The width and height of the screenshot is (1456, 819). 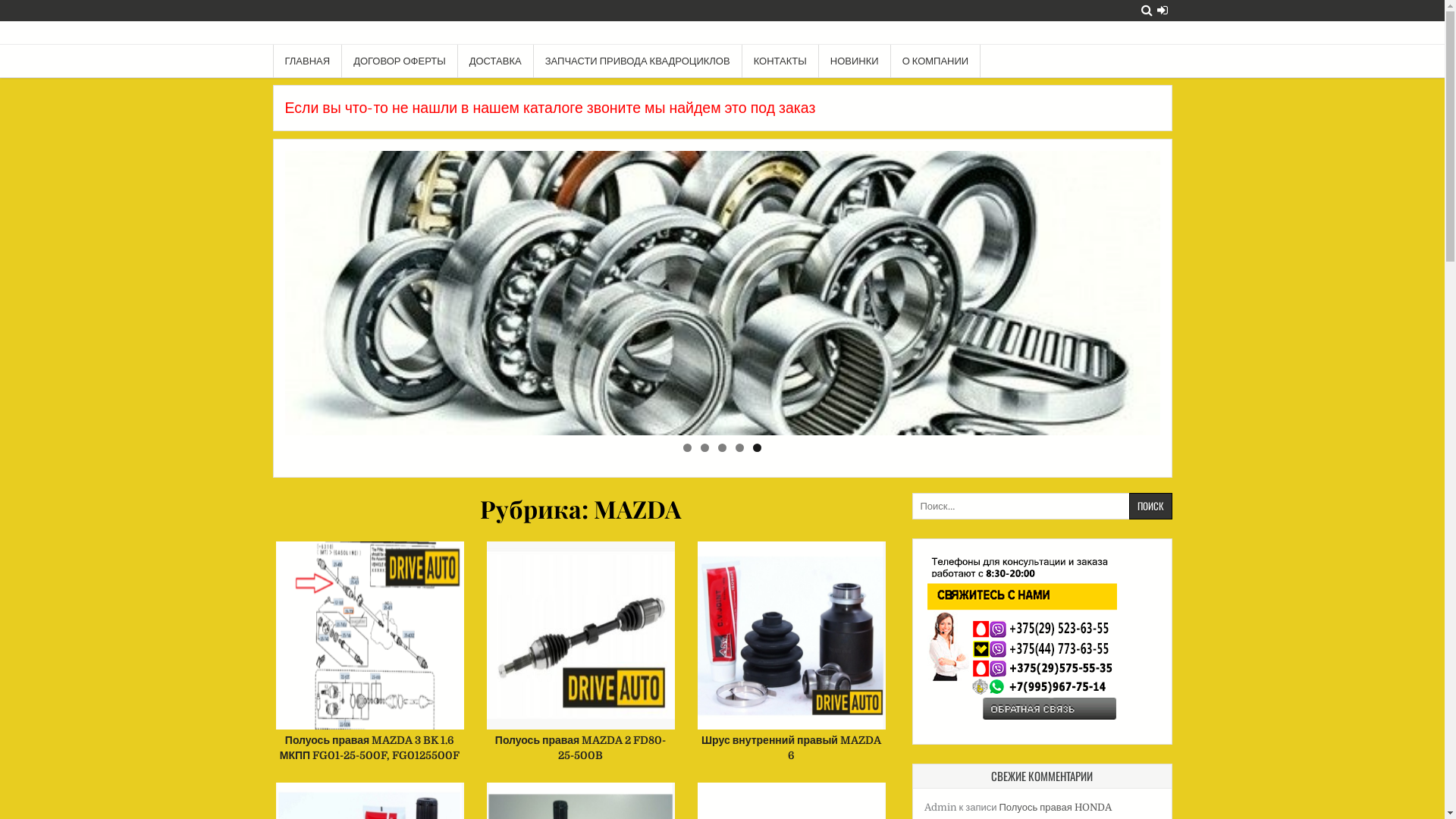 I want to click on 'Login / Register', so click(x=1161, y=10).